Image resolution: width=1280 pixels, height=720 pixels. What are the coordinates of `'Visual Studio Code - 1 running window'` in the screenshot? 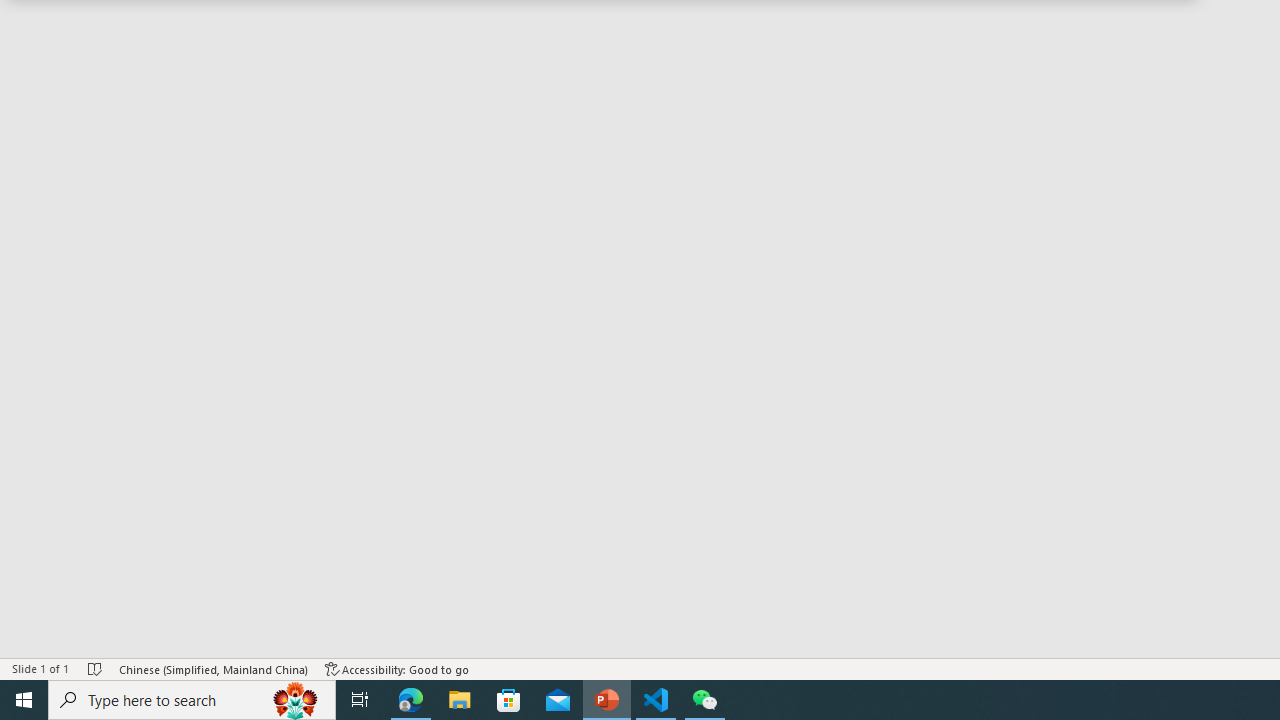 It's located at (656, 698).